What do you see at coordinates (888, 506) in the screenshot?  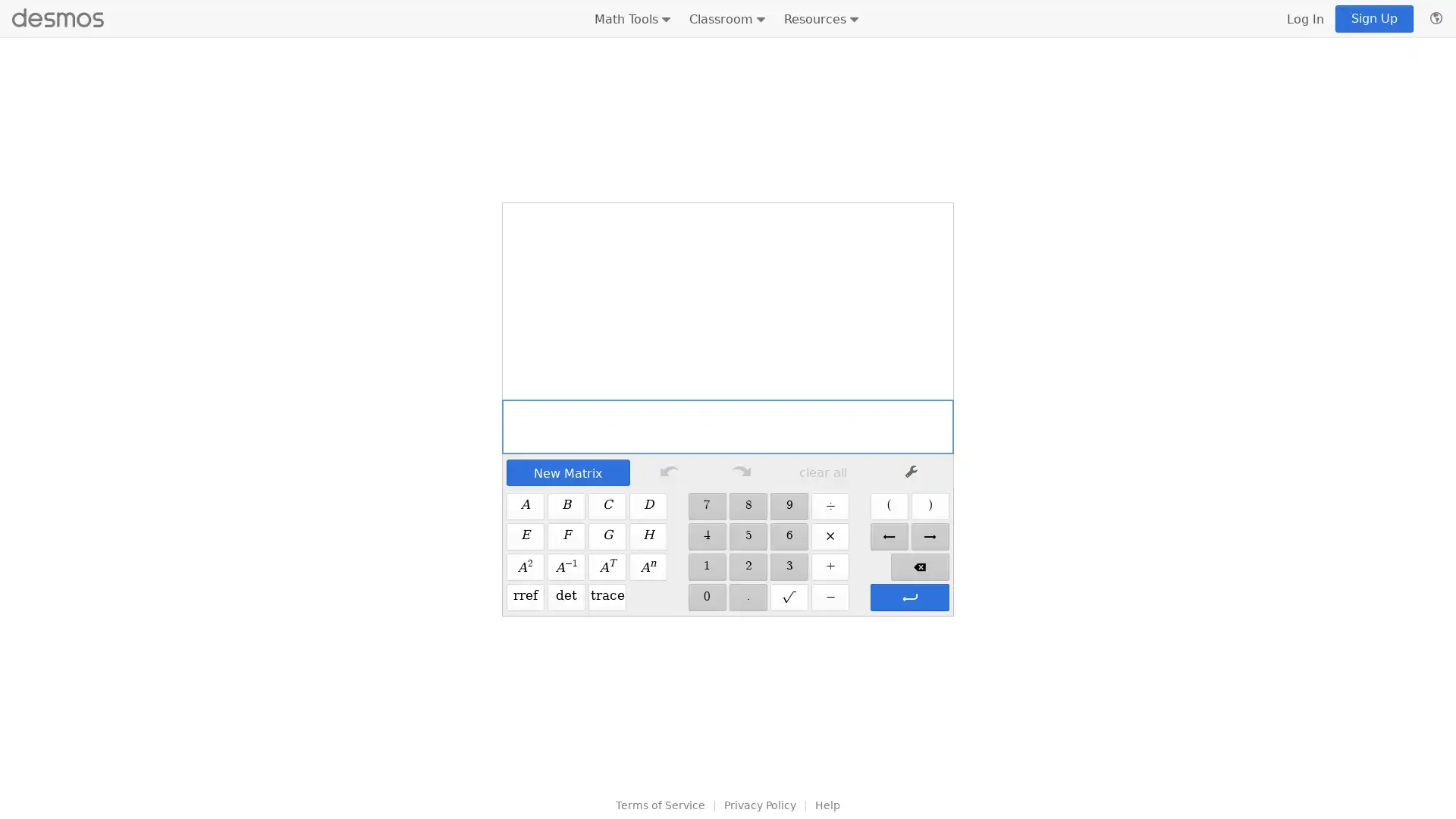 I see `Left Parenthesis` at bounding box center [888, 506].